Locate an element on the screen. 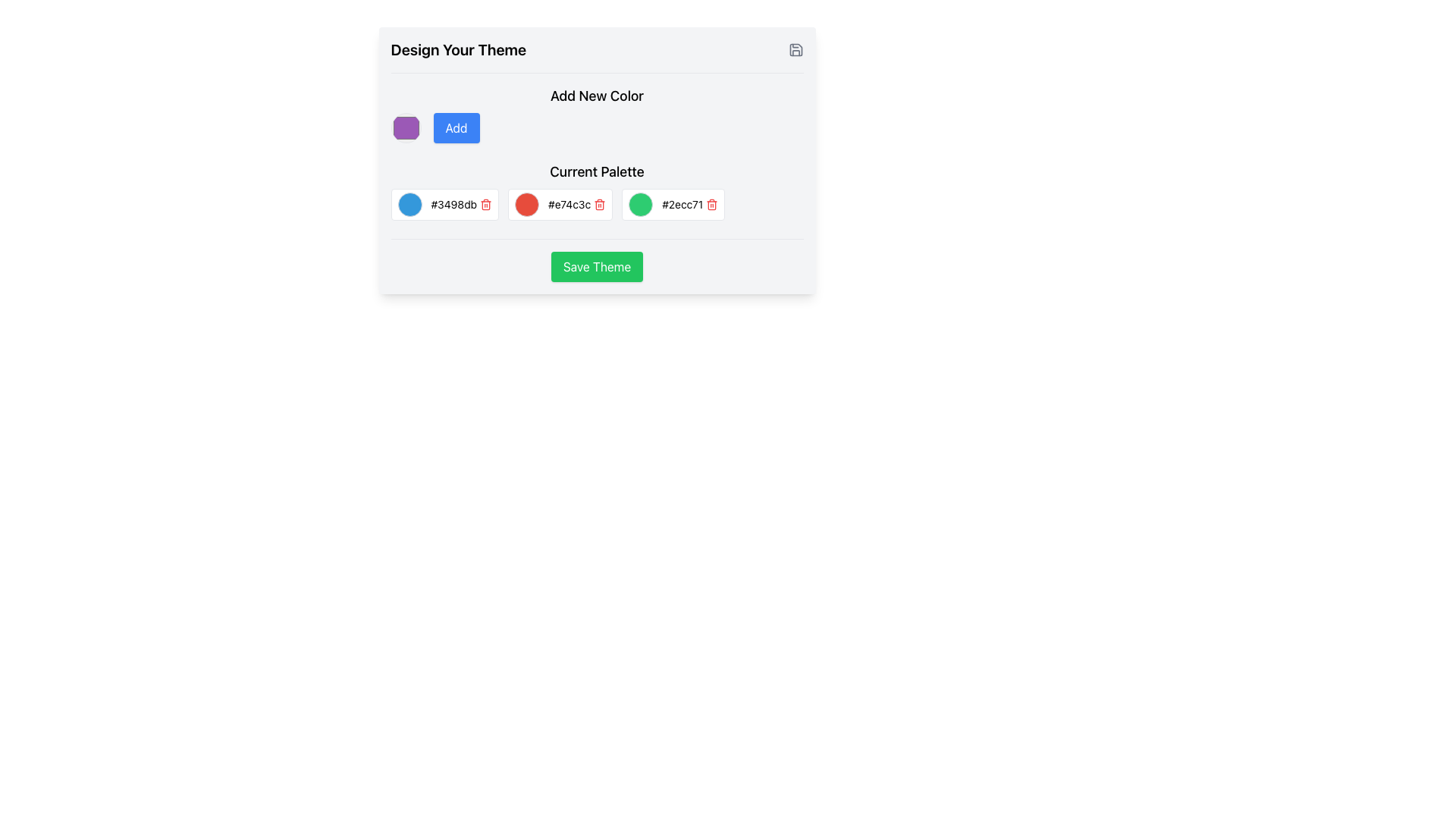 The image size is (1456, 819). the floppy disk icon in the top-right corner of the 'Design Your Theme' panel is located at coordinates (795, 49).